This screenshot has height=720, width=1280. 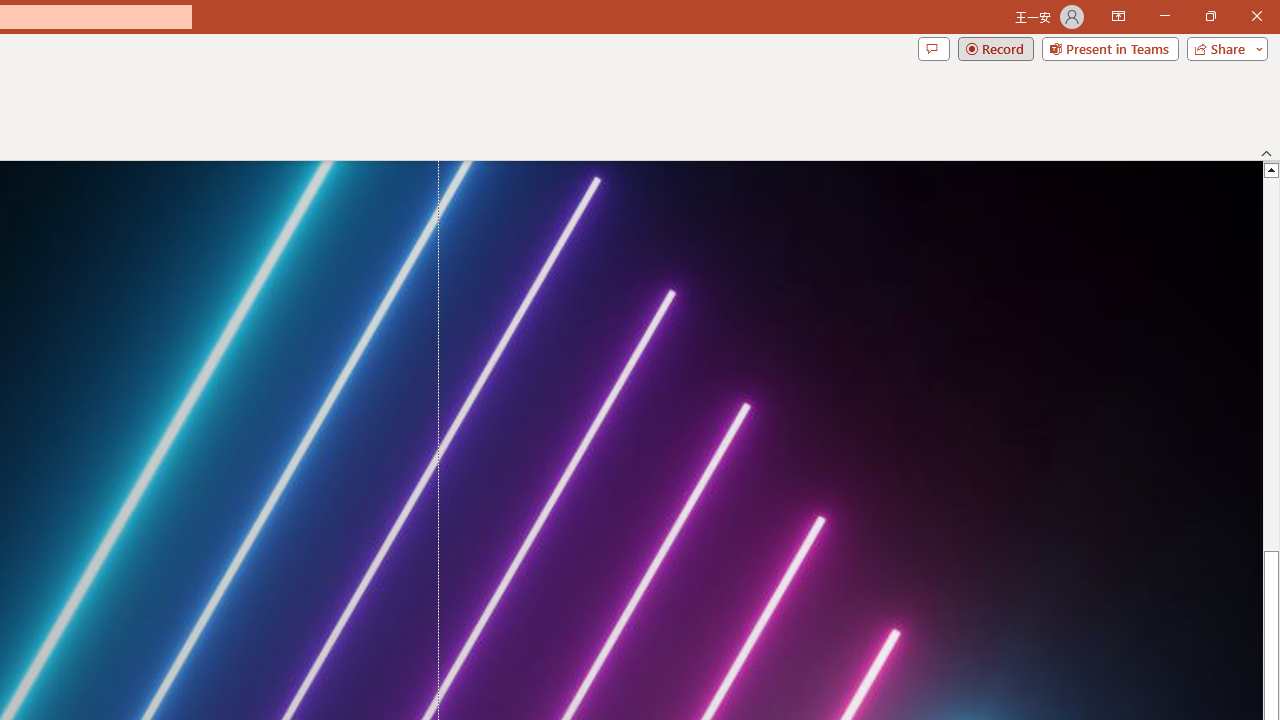 I want to click on 'Restore Down', so click(x=1209, y=16).